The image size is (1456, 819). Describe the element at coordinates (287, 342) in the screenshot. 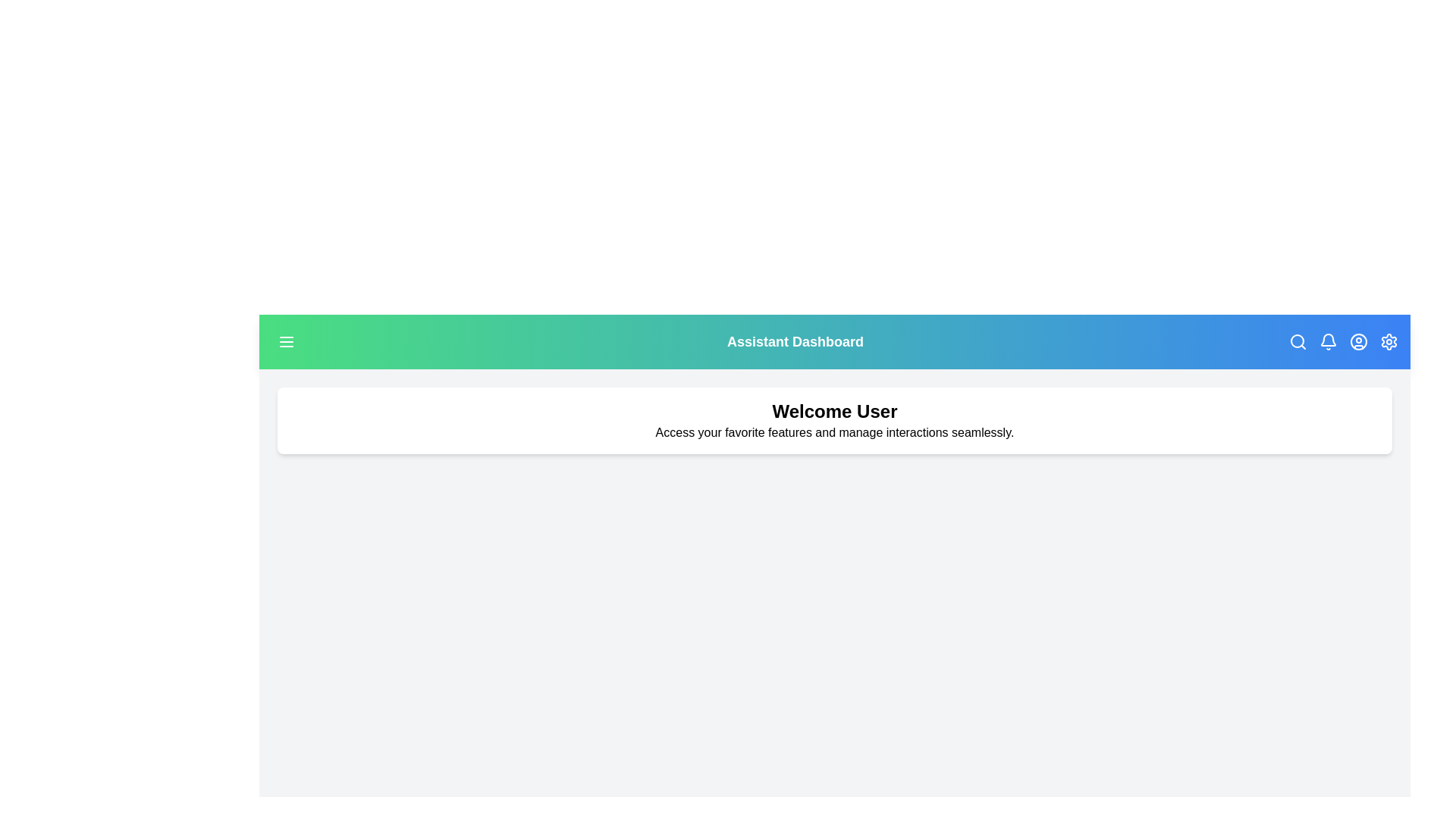

I see `the menu button in the top-left corner to open the menu` at that location.